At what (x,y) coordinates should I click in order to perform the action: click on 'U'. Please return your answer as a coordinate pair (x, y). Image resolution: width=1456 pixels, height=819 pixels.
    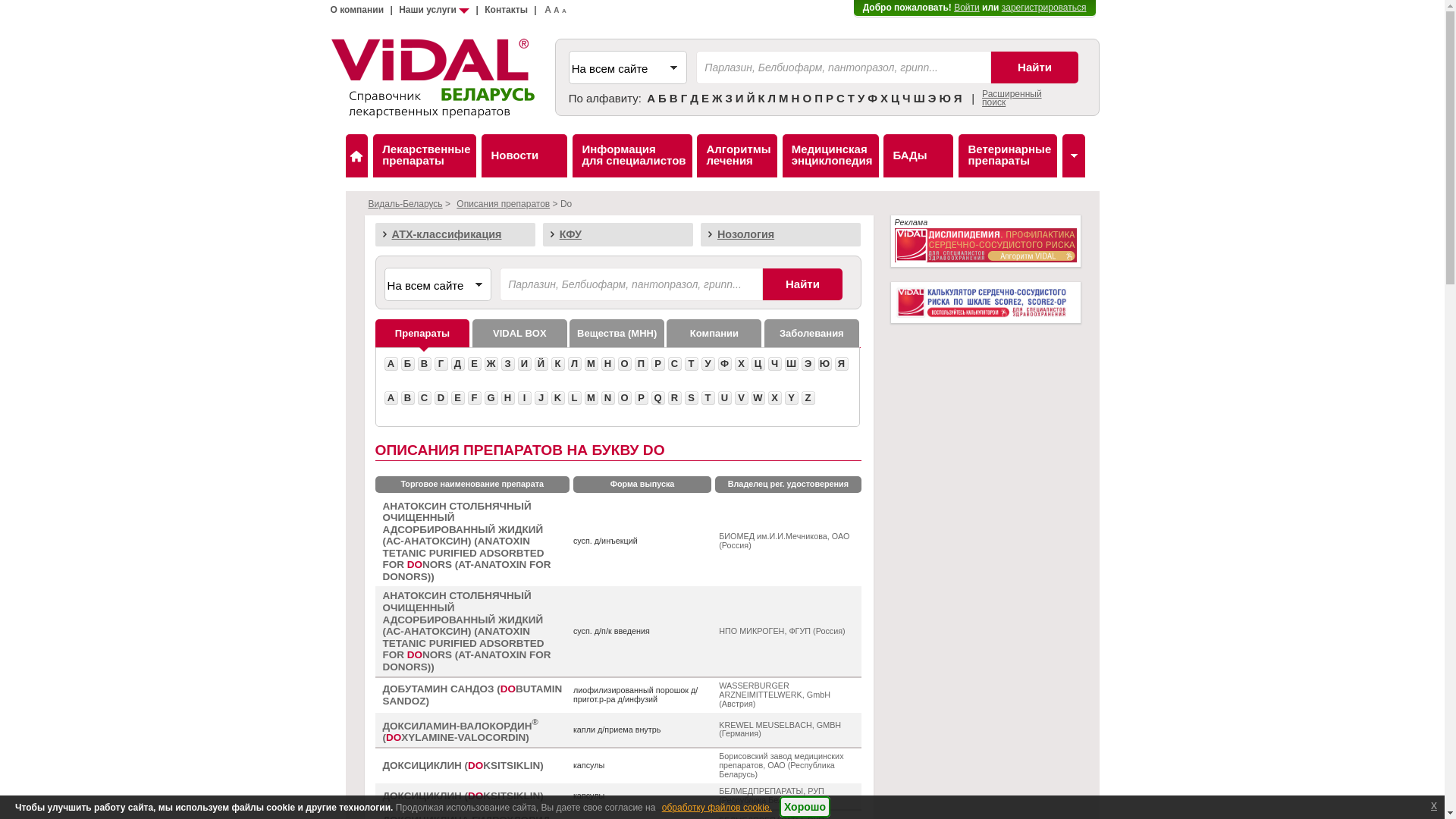
    Looking at the image, I should click on (723, 397).